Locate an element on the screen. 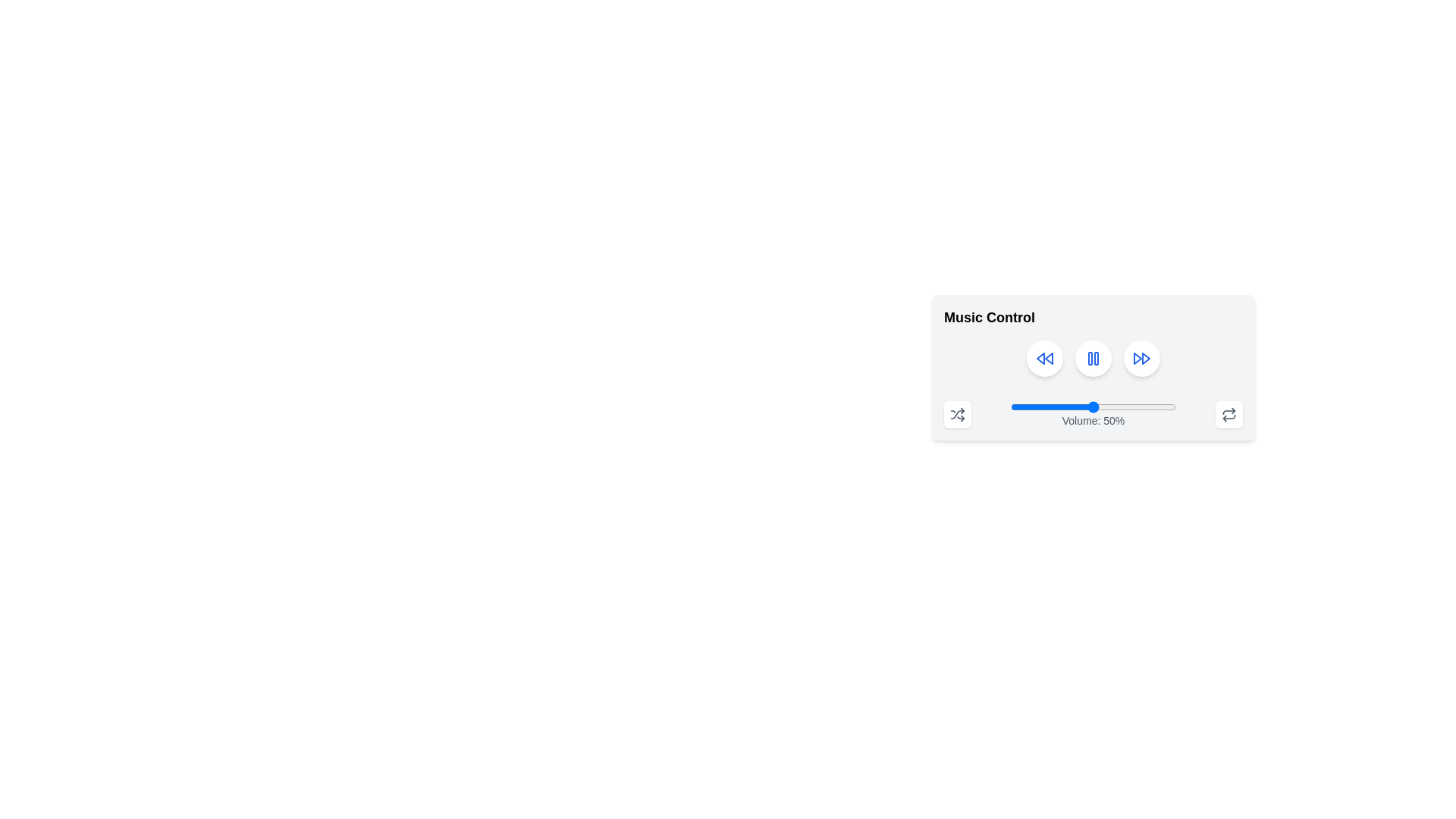 The image size is (1456, 819). the blue fast-forward icon button in the music control interface is located at coordinates (1142, 359).